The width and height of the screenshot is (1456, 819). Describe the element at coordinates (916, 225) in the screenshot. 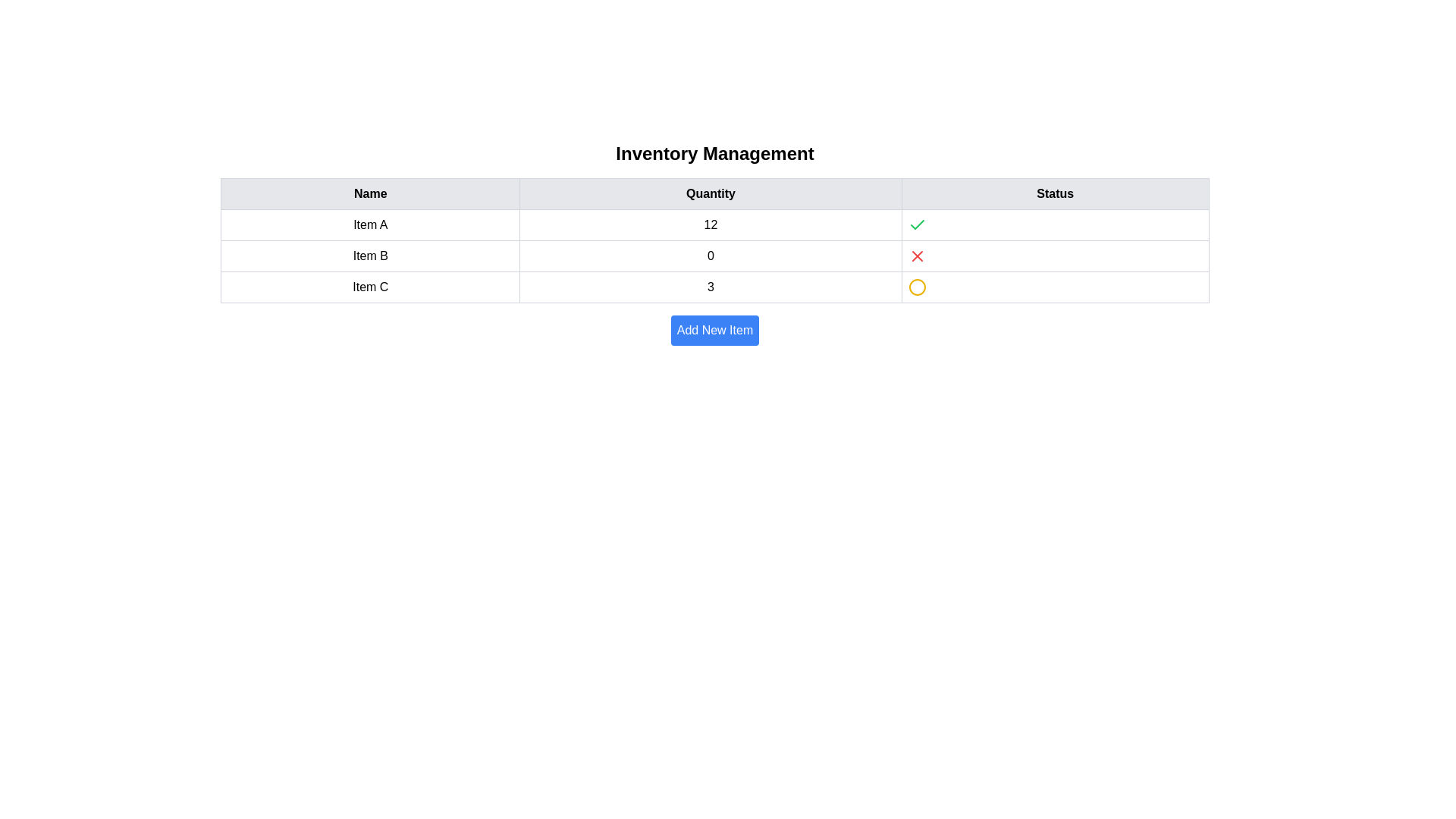

I see `the positive state confirmation icon for 'Item A' located in the first row of the 'Status' column adjacent to the quantity value '12'` at that location.